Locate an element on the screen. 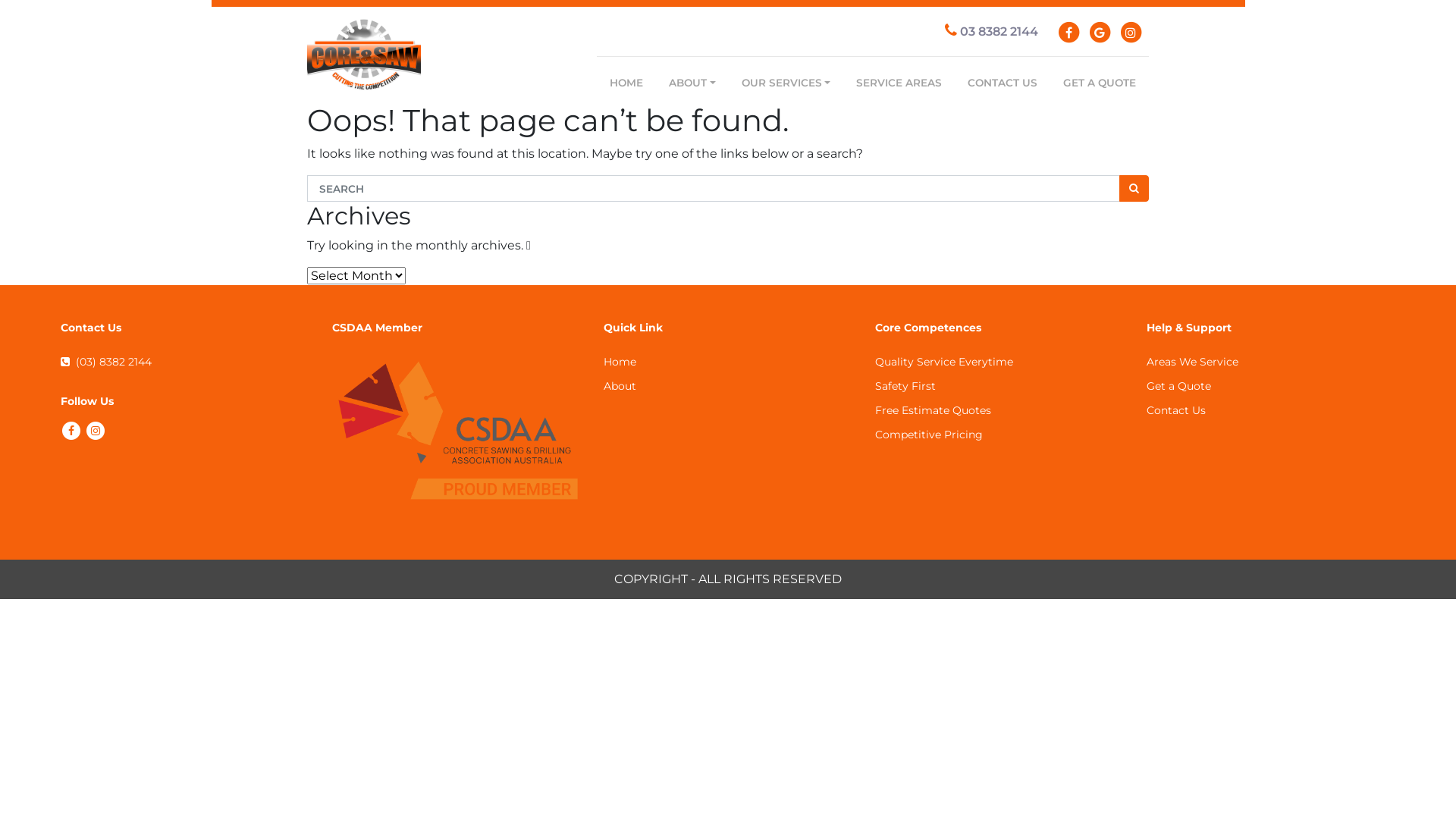  '03 8382 2144' is located at coordinates (991, 31).